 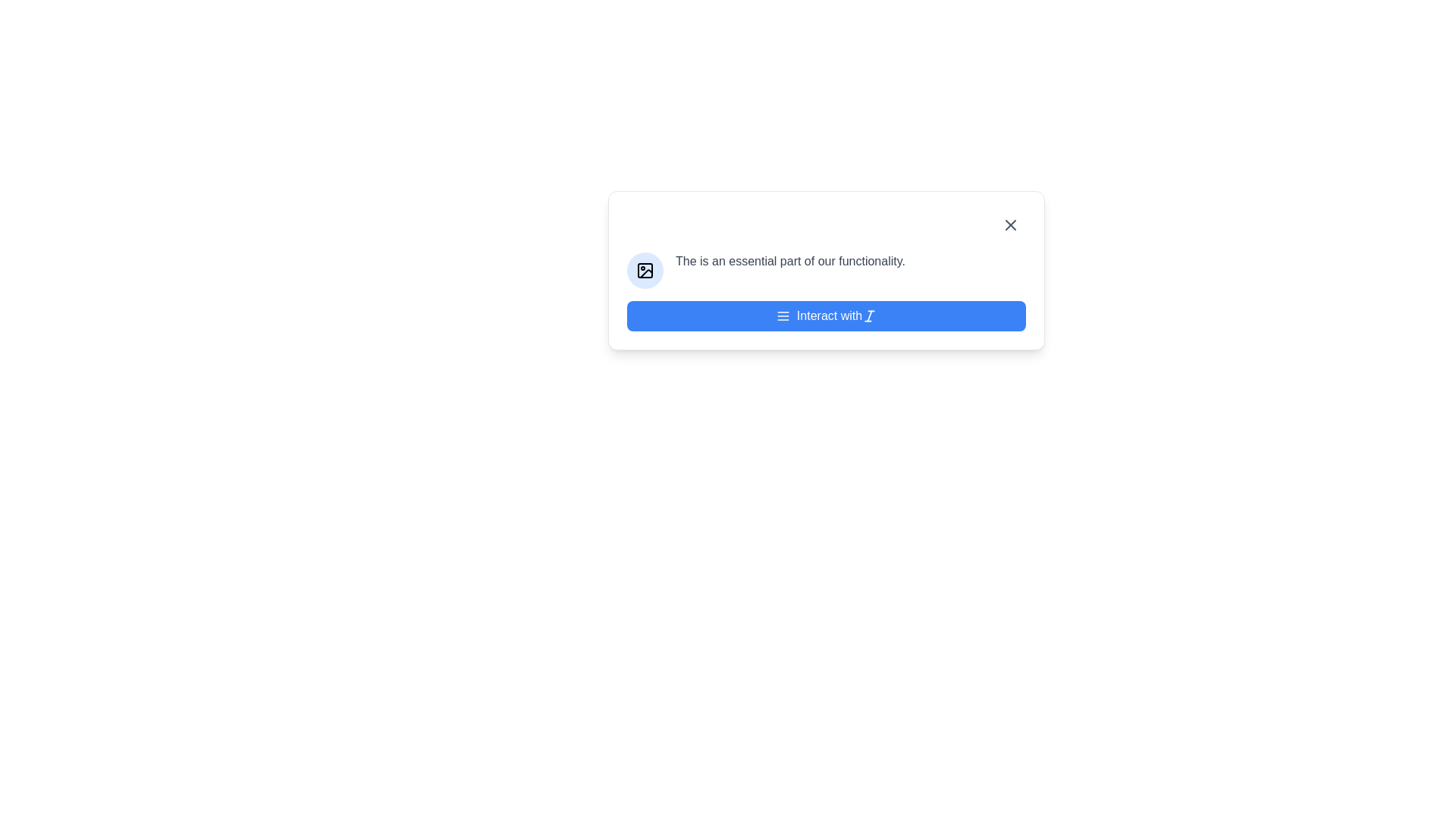 What do you see at coordinates (825, 270) in the screenshot?
I see `the horizontal layout element that consists of a blue circular icon with a white image-related symbol and the text label 'The is an essential part of our functionality.'` at bounding box center [825, 270].